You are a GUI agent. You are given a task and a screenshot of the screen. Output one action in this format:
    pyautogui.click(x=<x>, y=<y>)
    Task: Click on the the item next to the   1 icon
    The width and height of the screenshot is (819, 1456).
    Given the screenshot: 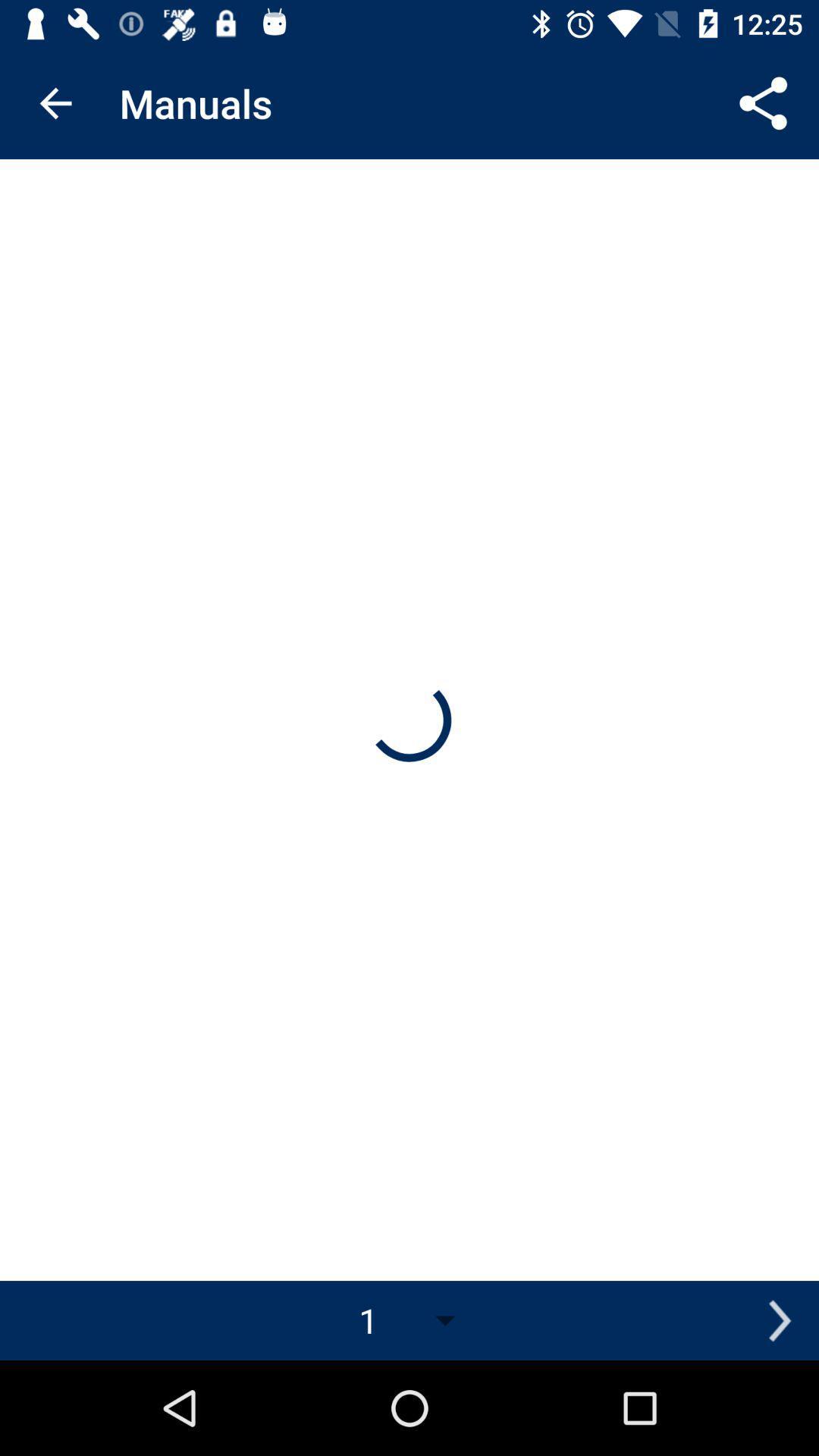 What is the action you would take?
    pyautogui.click(x=779, y=1319)
    